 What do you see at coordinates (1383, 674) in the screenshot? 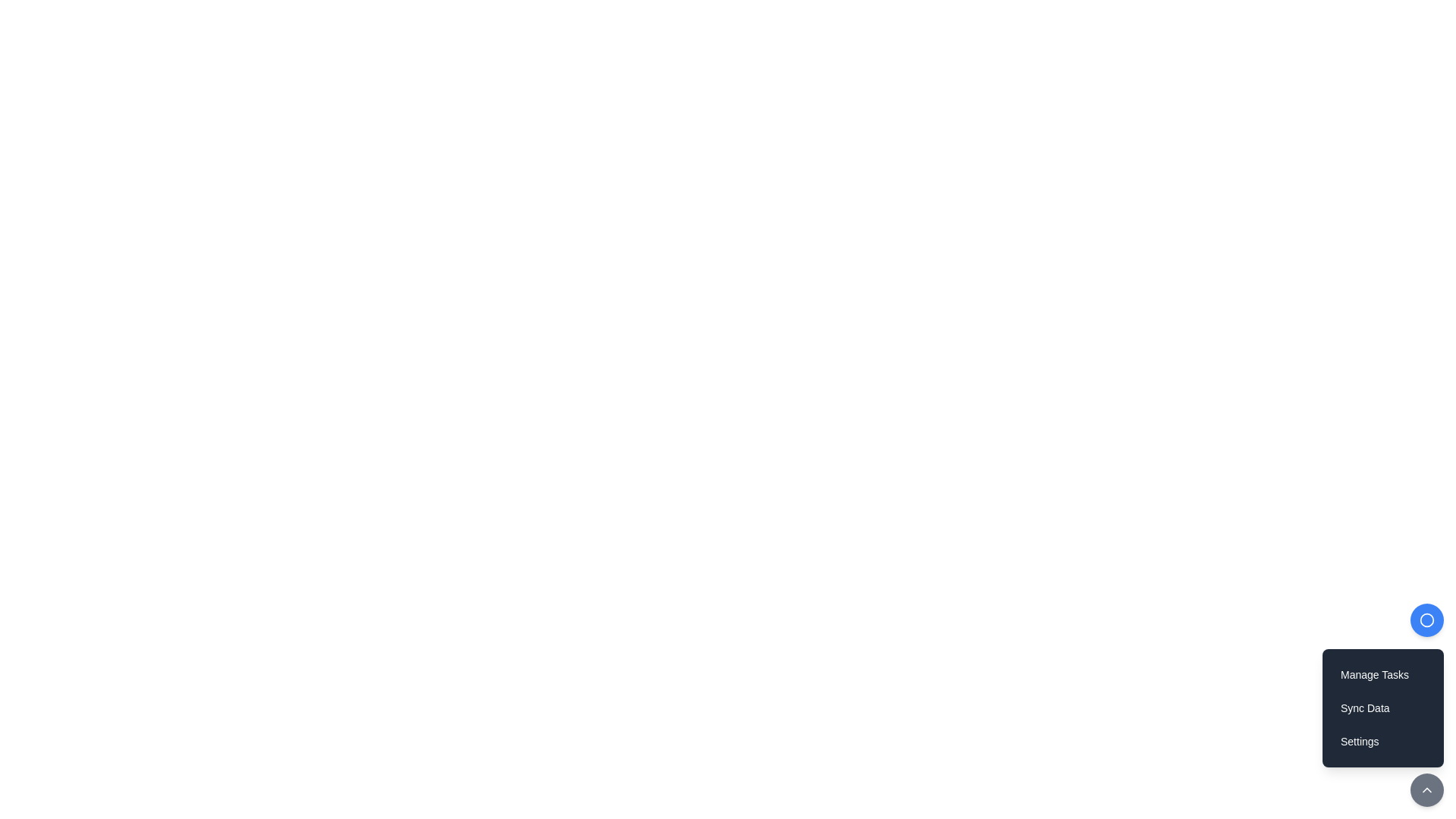
I see `the 'Manage Tasks' button, which is a text-based button with a dark background and rounded corners` at bounding box center [1383, 674].